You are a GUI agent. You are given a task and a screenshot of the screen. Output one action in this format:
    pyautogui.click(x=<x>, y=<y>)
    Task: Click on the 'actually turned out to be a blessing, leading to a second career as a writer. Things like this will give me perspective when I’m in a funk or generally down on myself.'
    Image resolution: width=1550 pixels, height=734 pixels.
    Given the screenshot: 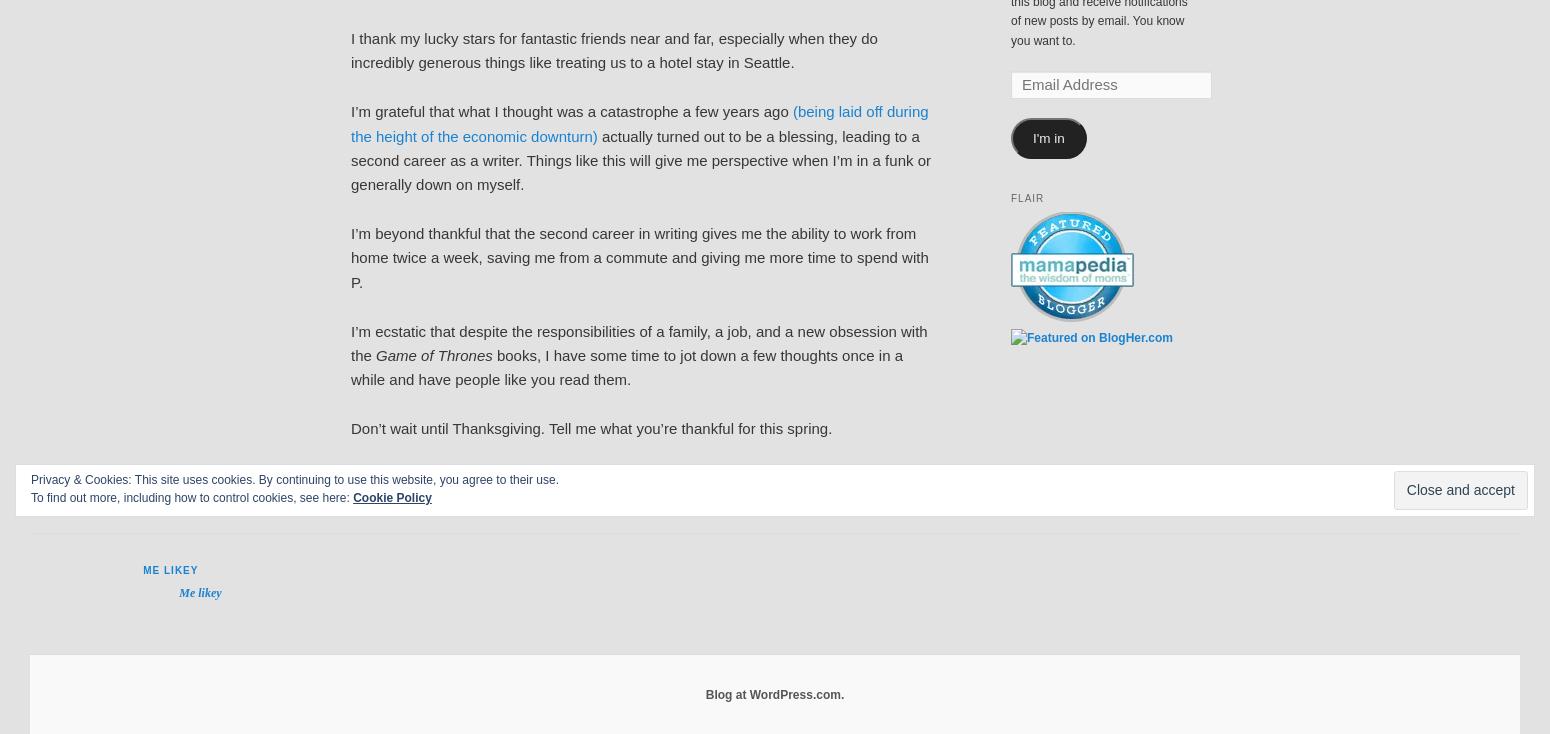 What is the action you would take?
    pyautogui.click(x=350, y=159)
    